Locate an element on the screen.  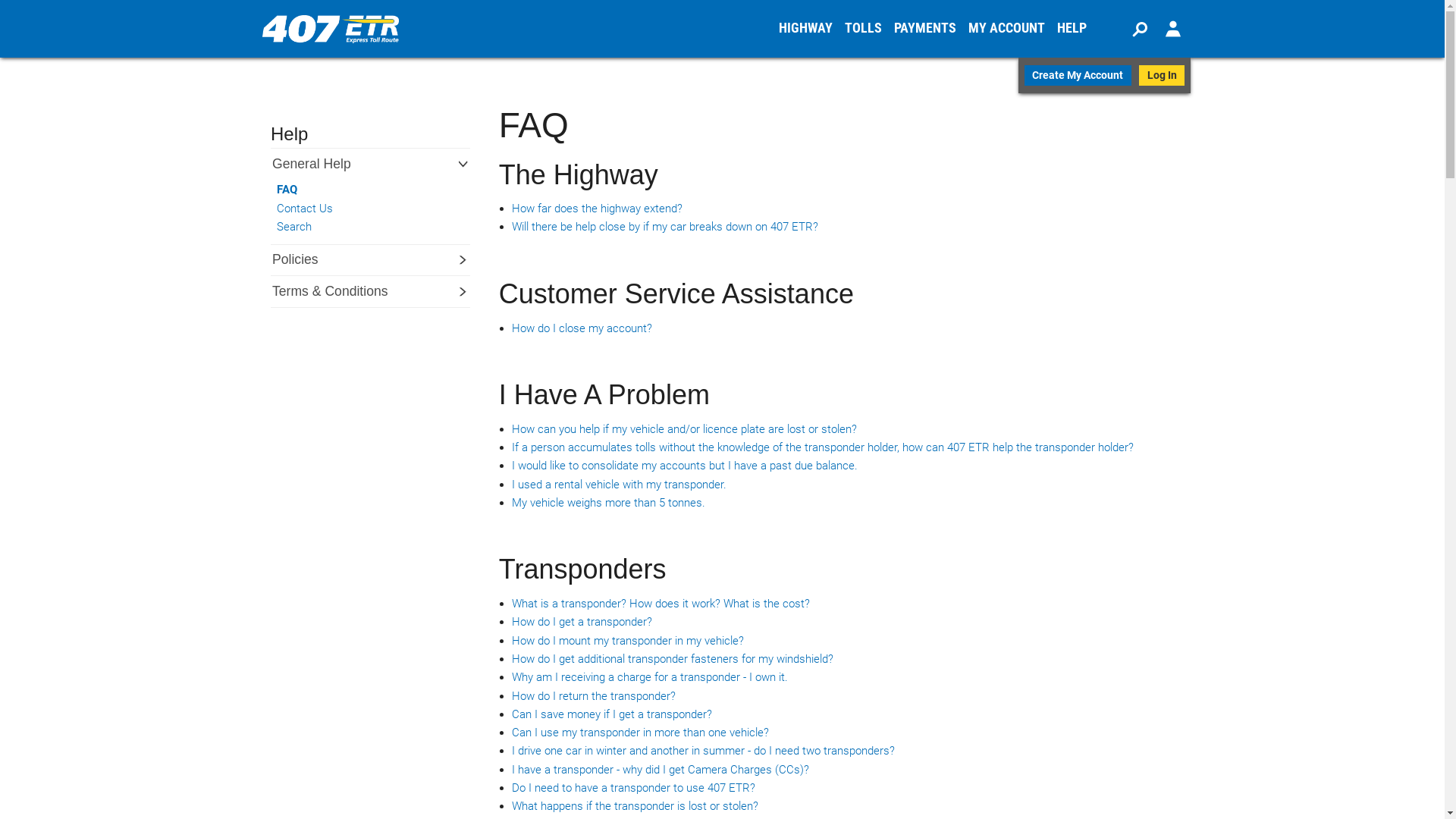
'How do I mount my transponder in my vehicle?' is located at coordinates (628, 640).